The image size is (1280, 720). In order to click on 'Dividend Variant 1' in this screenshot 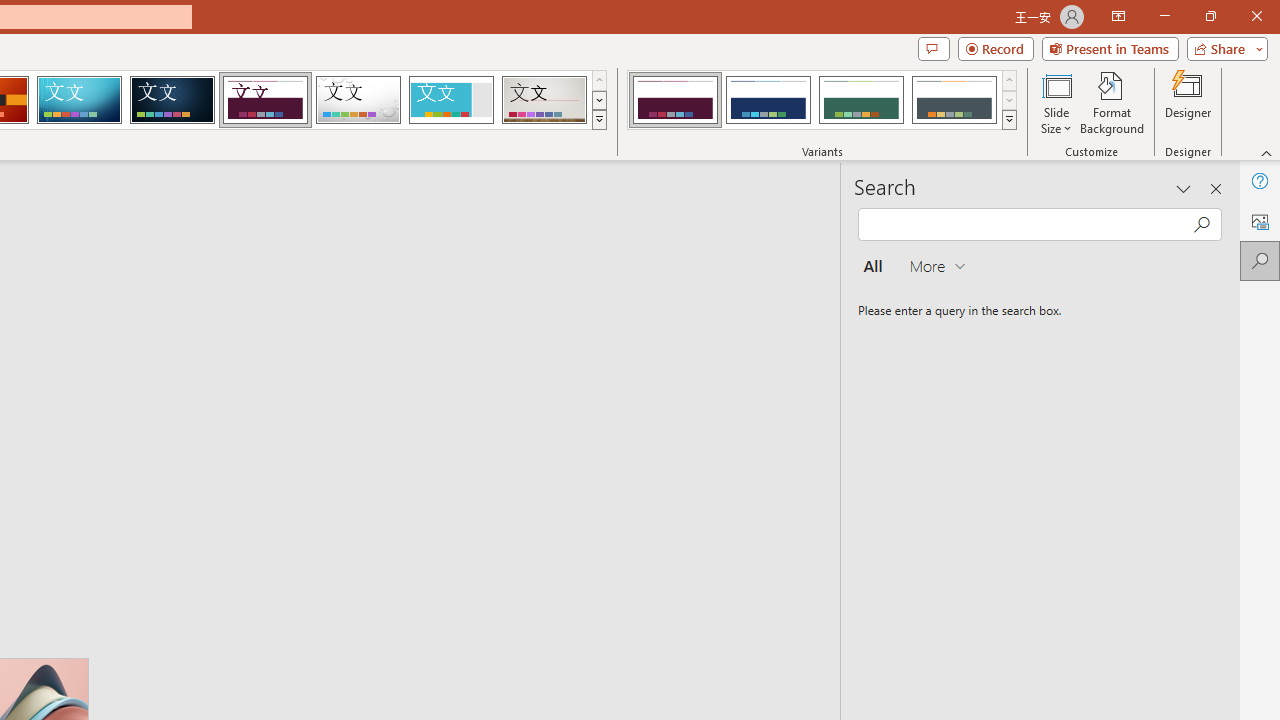, I will do `click(675, 100)`.